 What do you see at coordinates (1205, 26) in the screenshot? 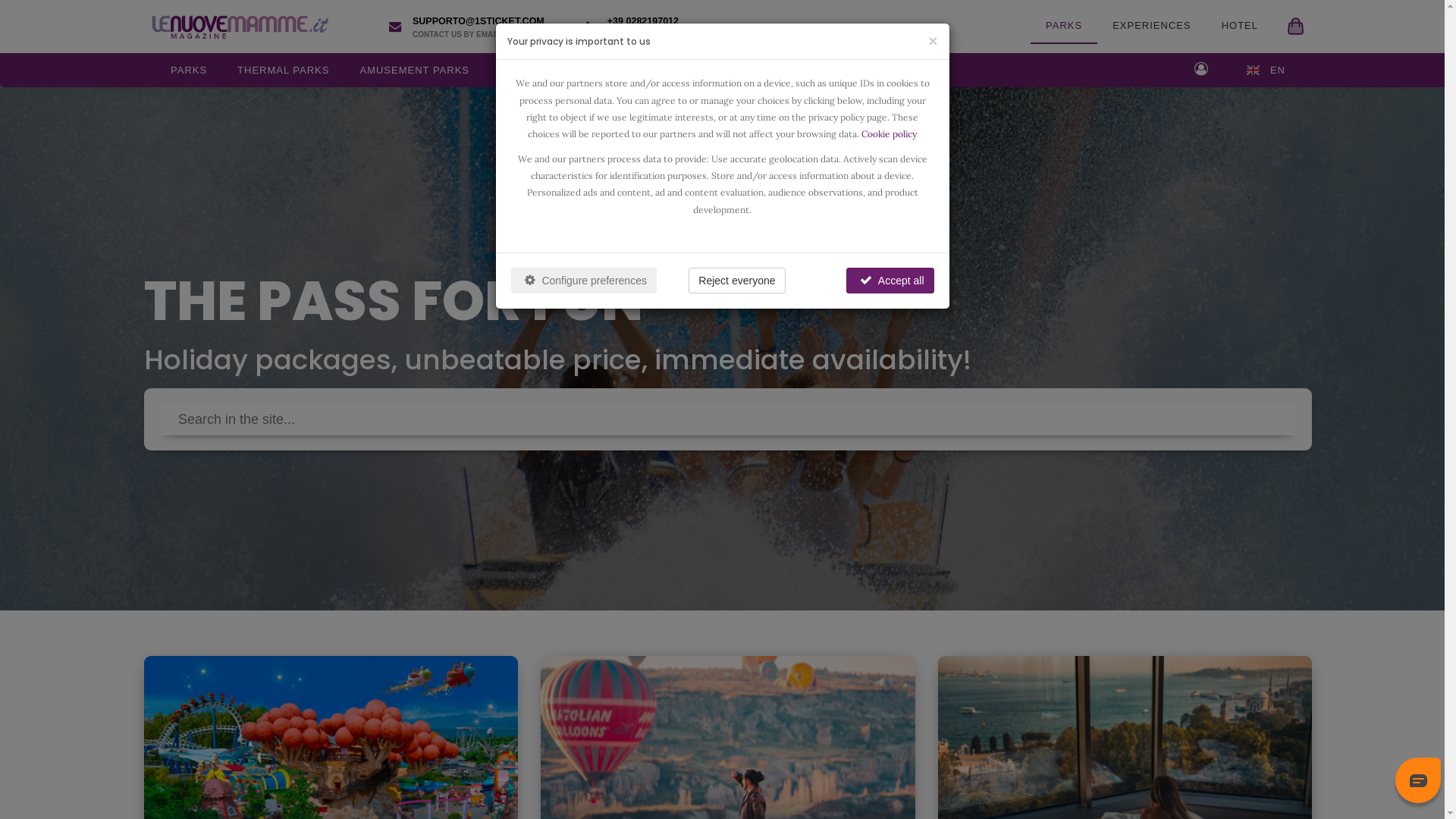
I see `'HOTEL'` at bounding box center [1205, 26].